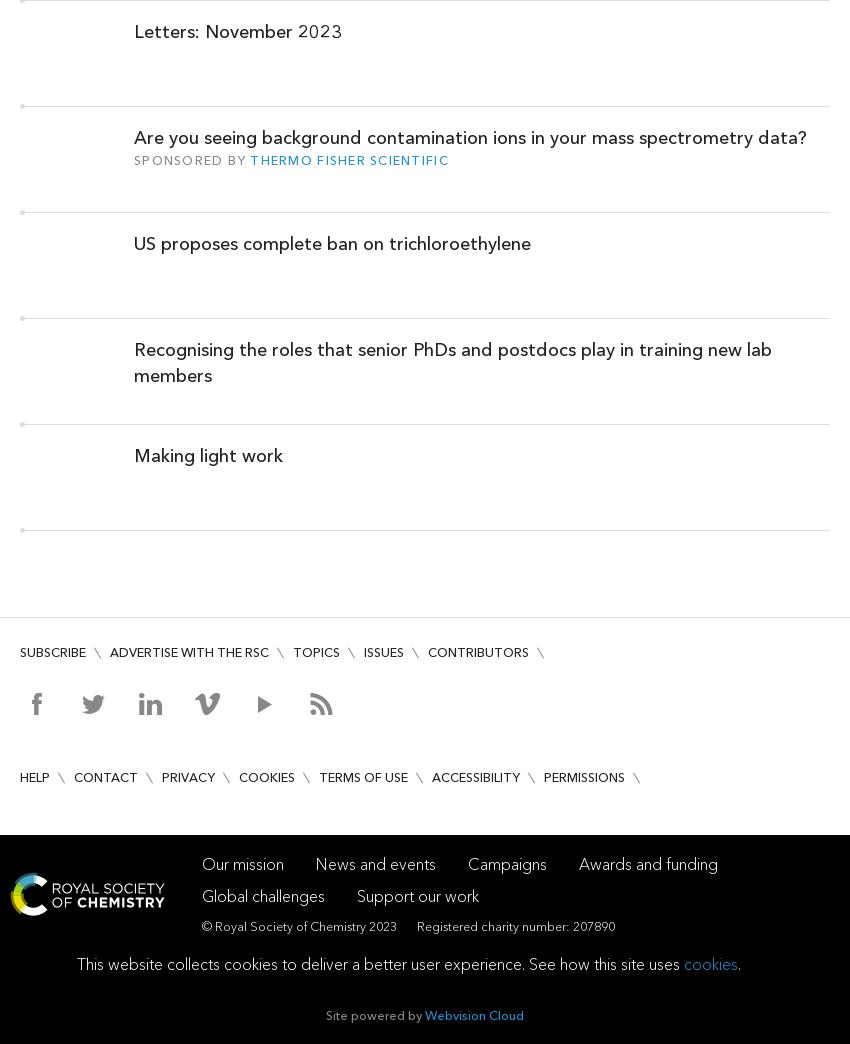  I want to click on 'cookies', so click(710, 963).